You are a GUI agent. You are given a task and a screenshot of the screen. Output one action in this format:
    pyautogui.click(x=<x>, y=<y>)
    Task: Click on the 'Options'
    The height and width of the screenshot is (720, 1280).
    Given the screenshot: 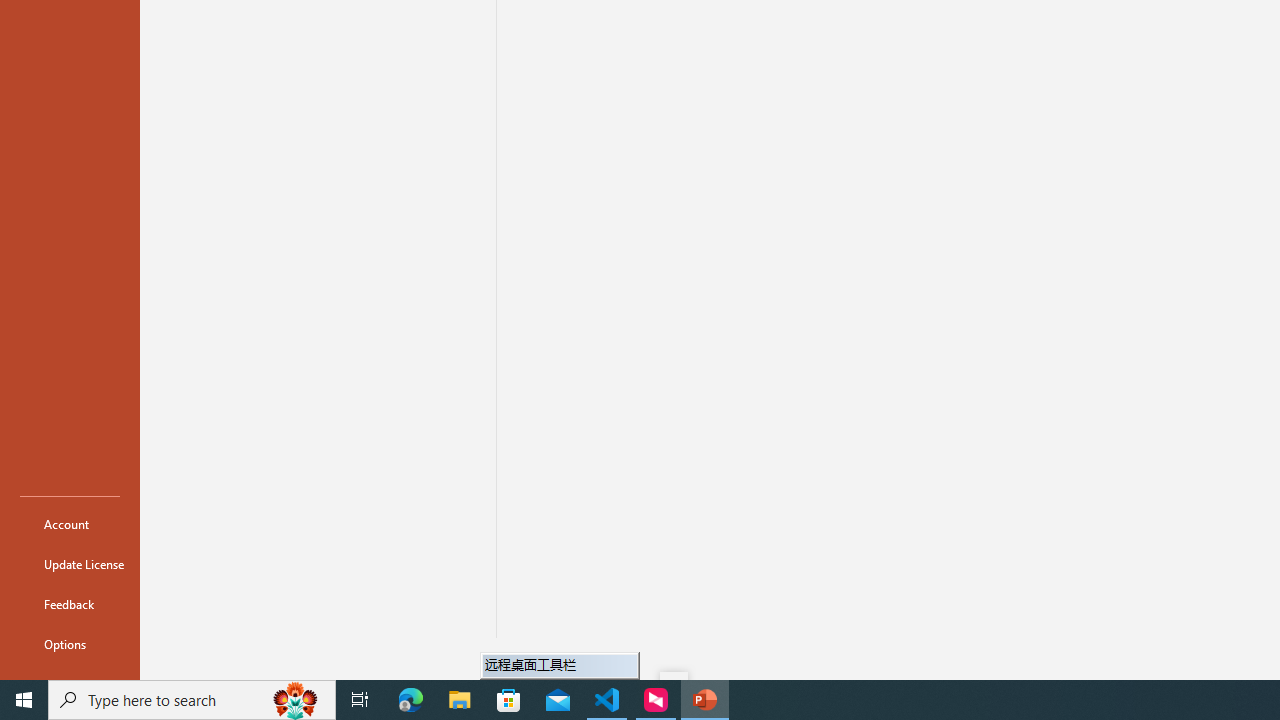 What is the action you would take?
    pyautogui.click(x=69, y=644)
    